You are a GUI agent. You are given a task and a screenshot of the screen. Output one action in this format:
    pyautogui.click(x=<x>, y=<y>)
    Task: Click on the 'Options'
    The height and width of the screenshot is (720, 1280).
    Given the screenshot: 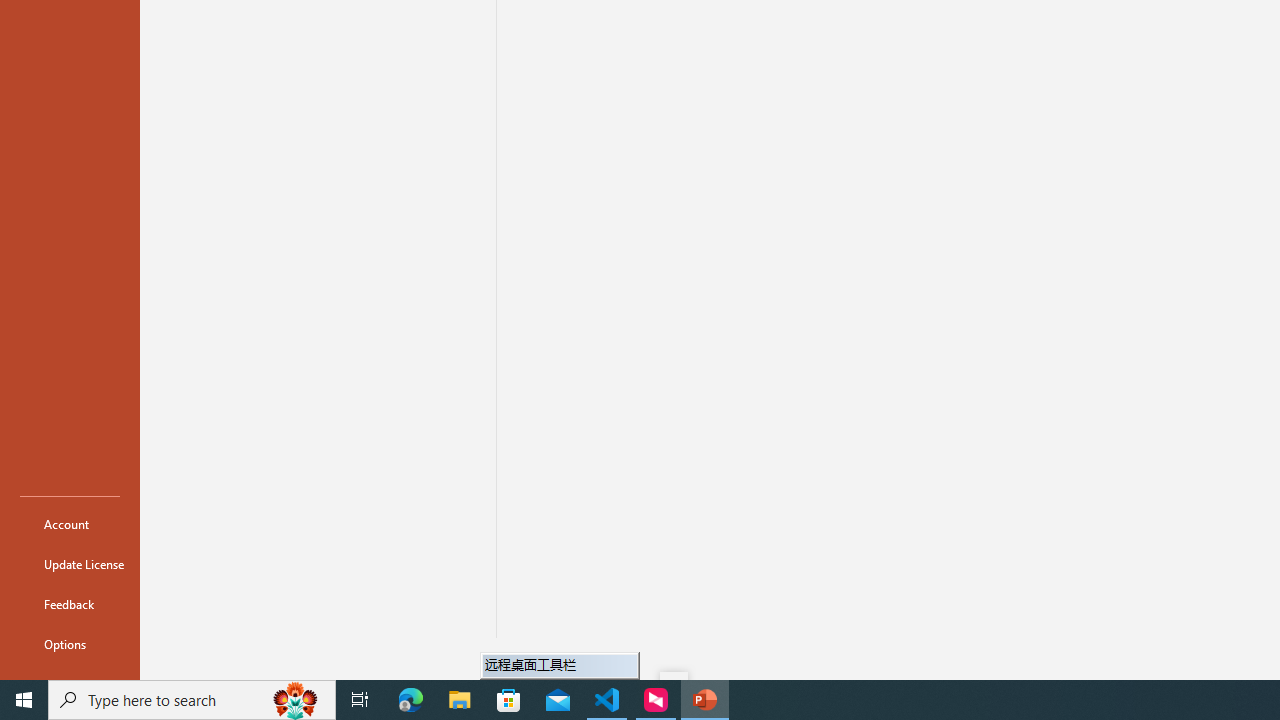 What is the action you would take?
    pyautogui.click(x=69, y=644)
    